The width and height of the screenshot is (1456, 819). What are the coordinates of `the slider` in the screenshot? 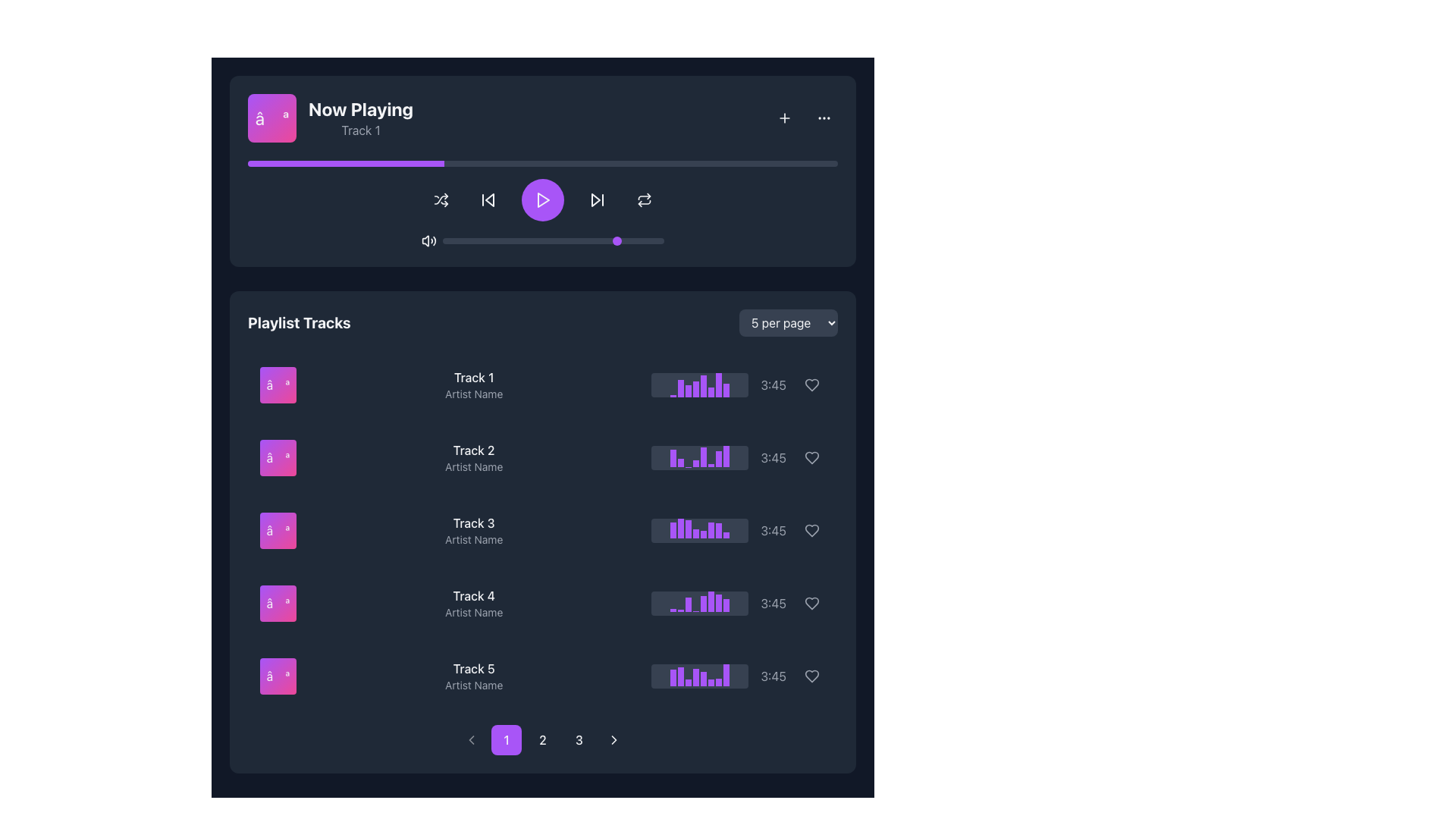 It's located at (624, 240).